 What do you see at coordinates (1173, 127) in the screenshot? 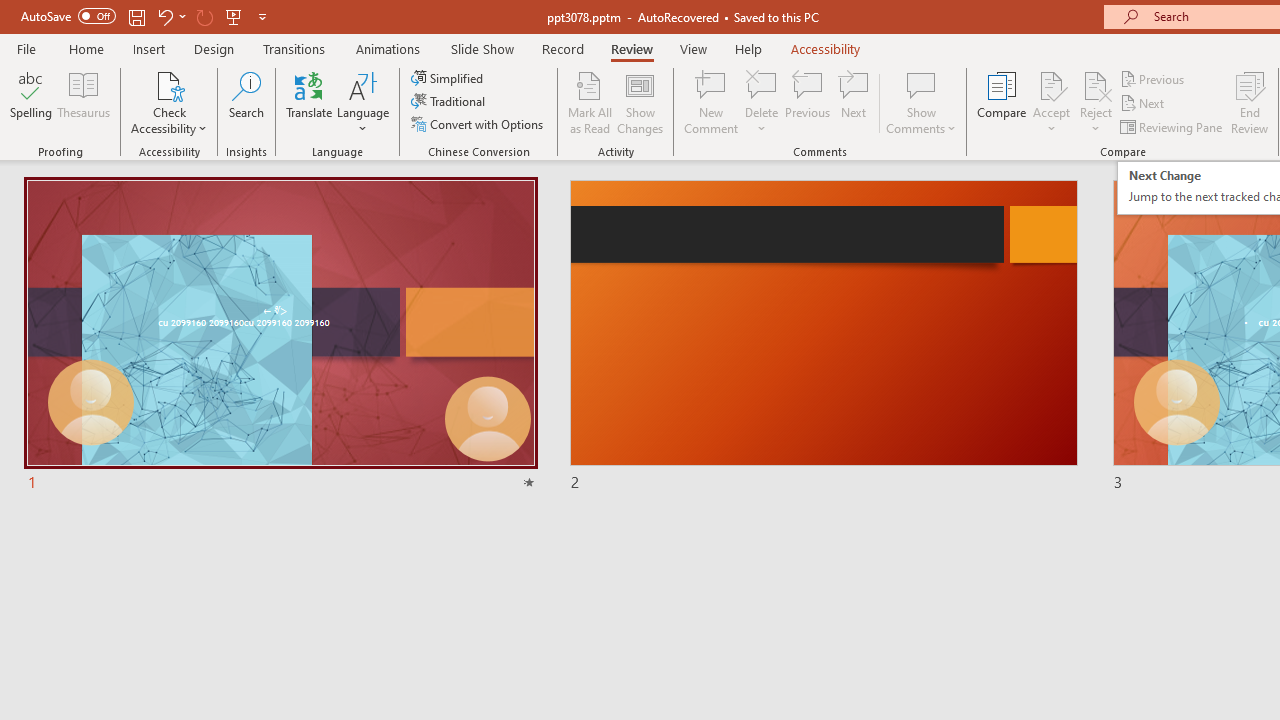
I see `'Reviewing Pane'` at bounding box center [1173, 127].